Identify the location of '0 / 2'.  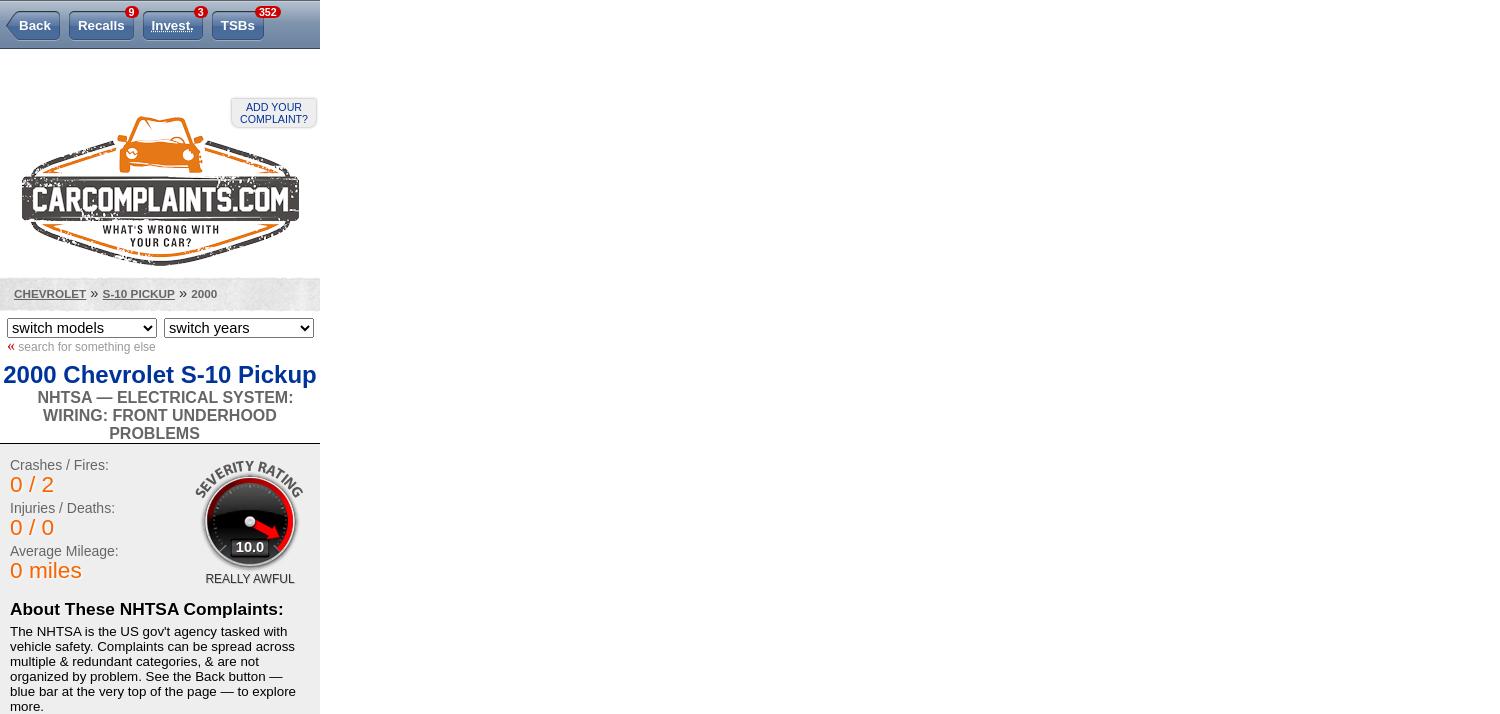
(31, 484).